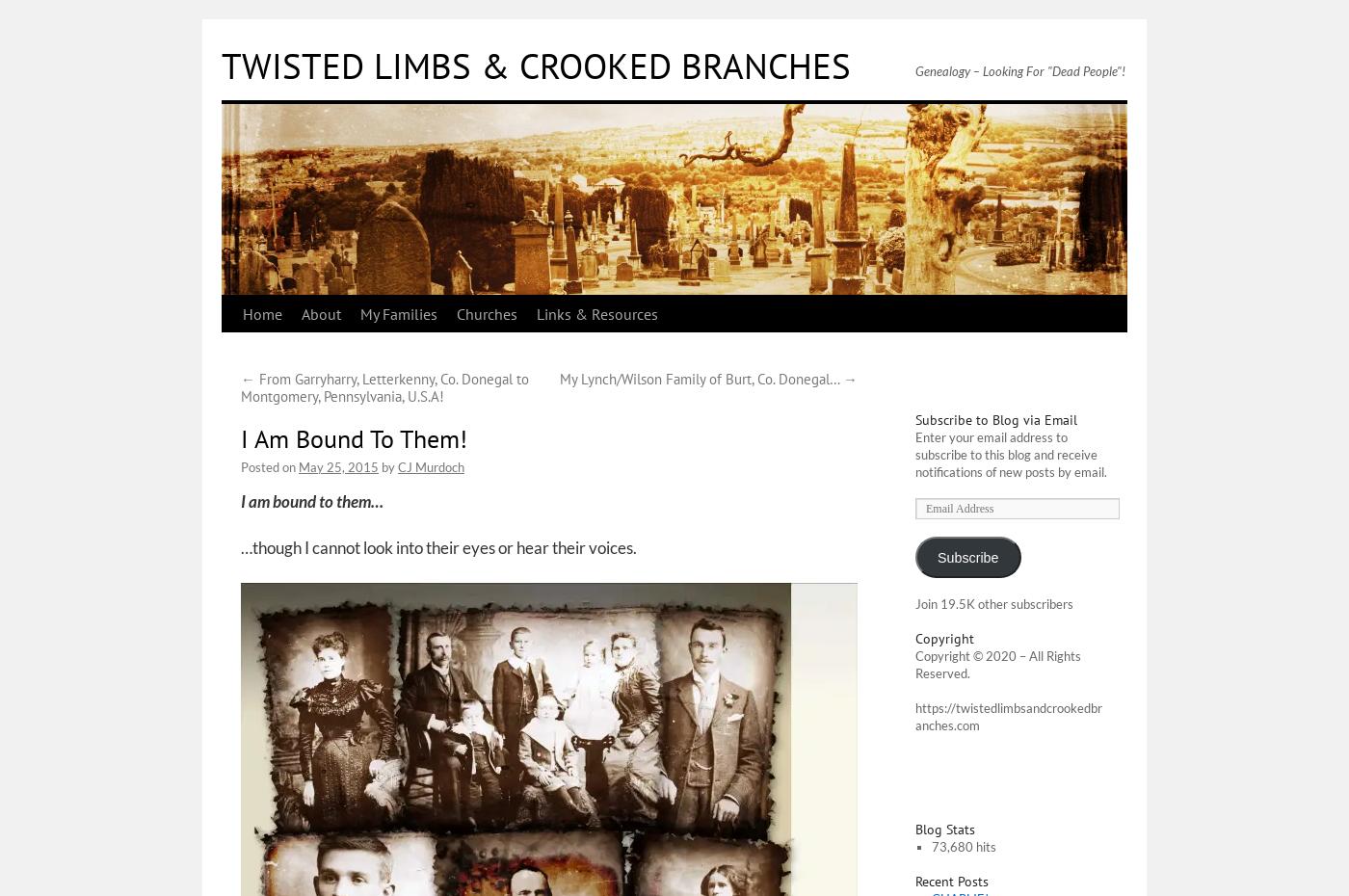  I want to click on 'May 25, 2015', so click(338, 464).